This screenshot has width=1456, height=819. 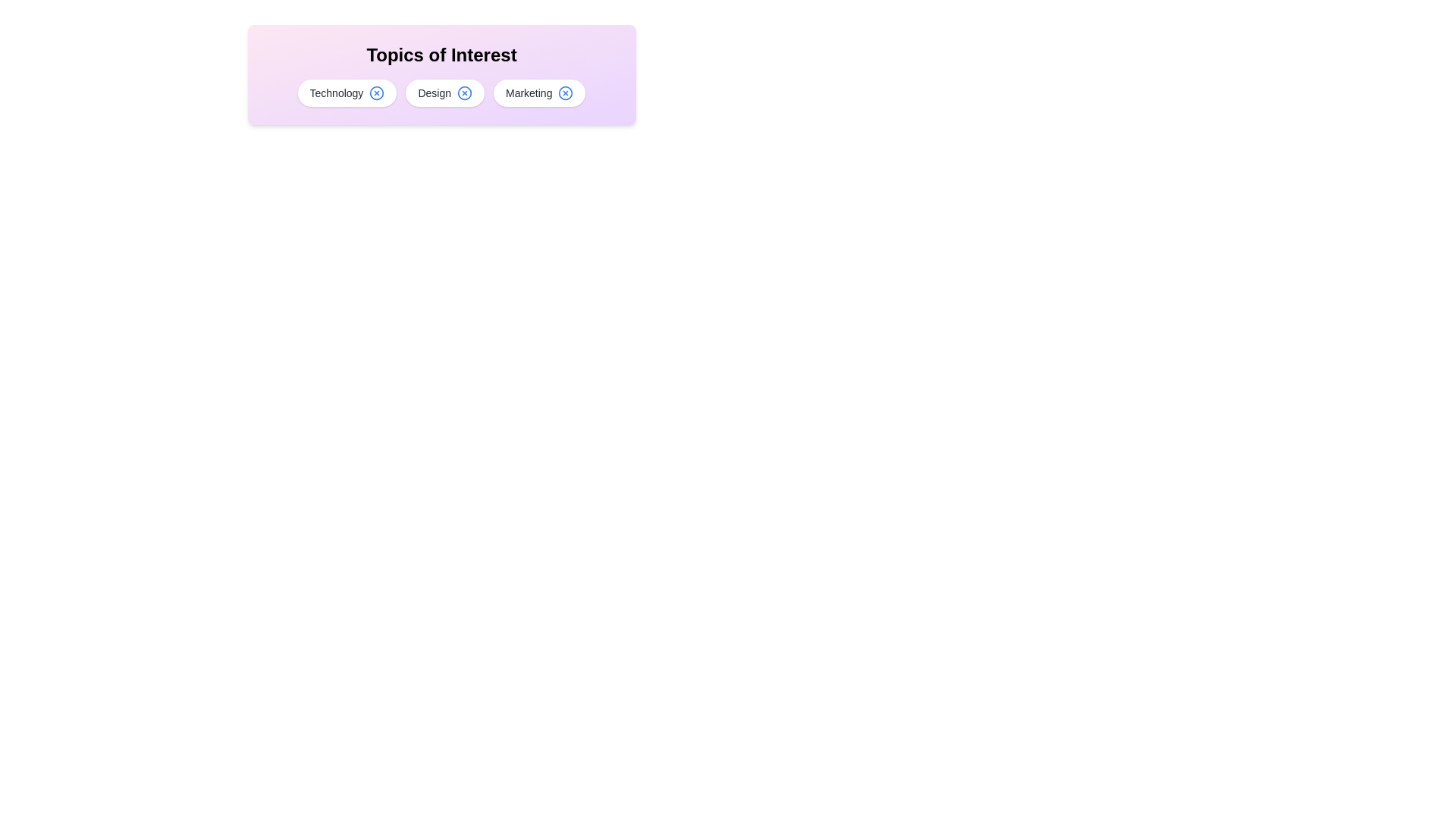 I want to click on the chip labeled Marketing by clicking its 'X' button, so click(x=565, y=93).